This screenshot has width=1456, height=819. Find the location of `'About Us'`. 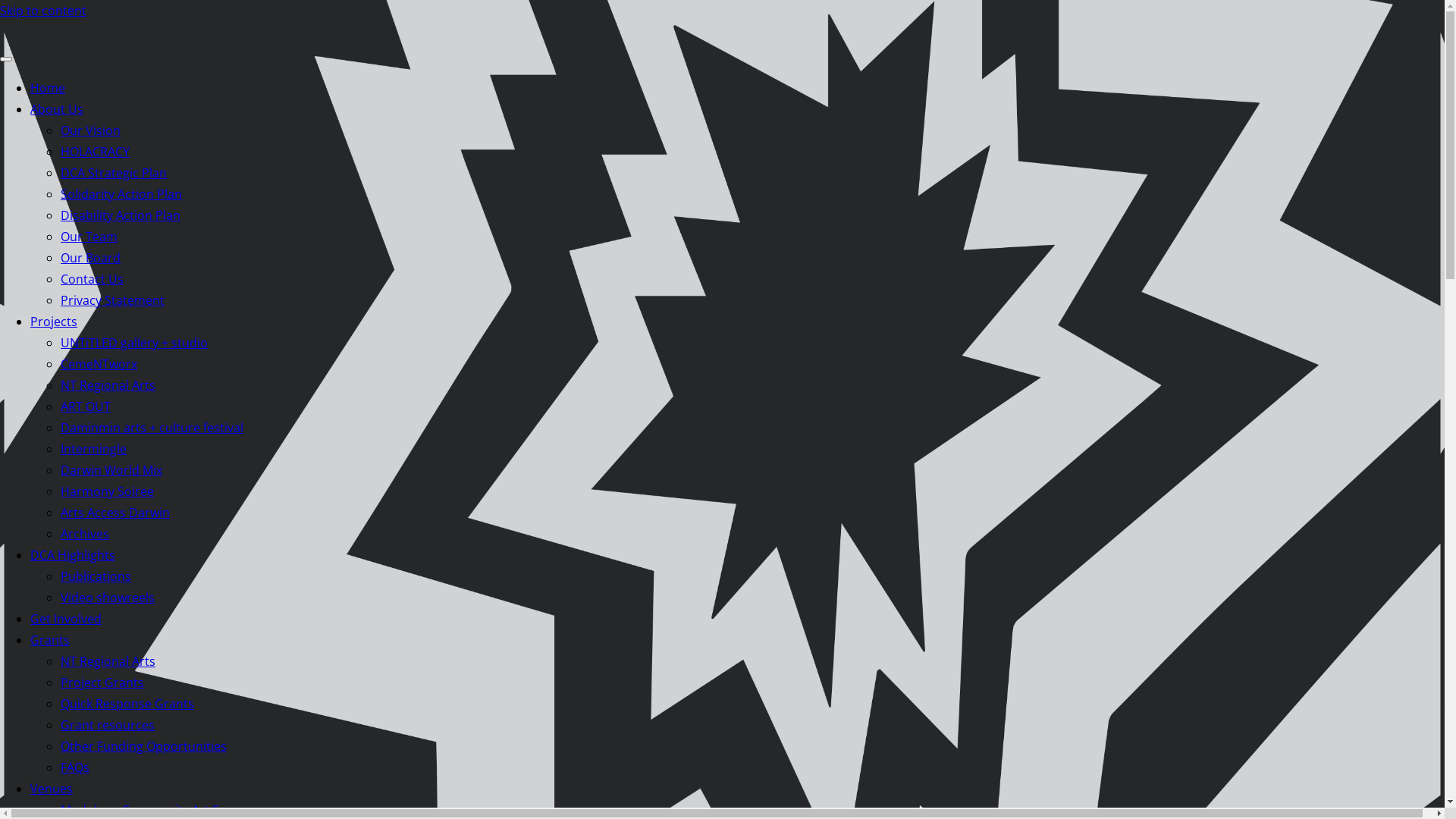

'About Us' is located at coordinates (57, 108).